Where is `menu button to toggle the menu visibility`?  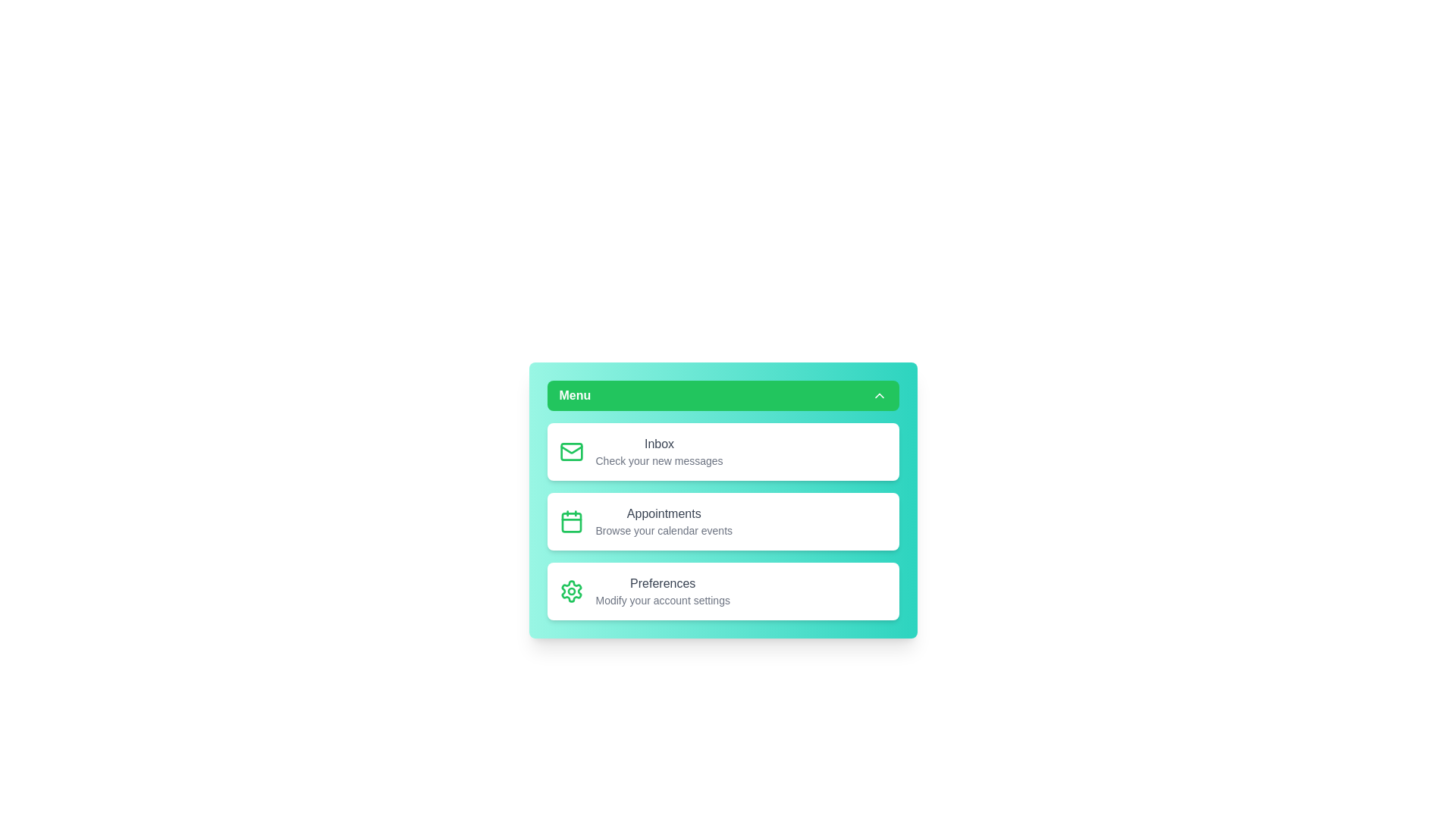
menu button to toggle the menu visibility is located at coordinates (722, 394).